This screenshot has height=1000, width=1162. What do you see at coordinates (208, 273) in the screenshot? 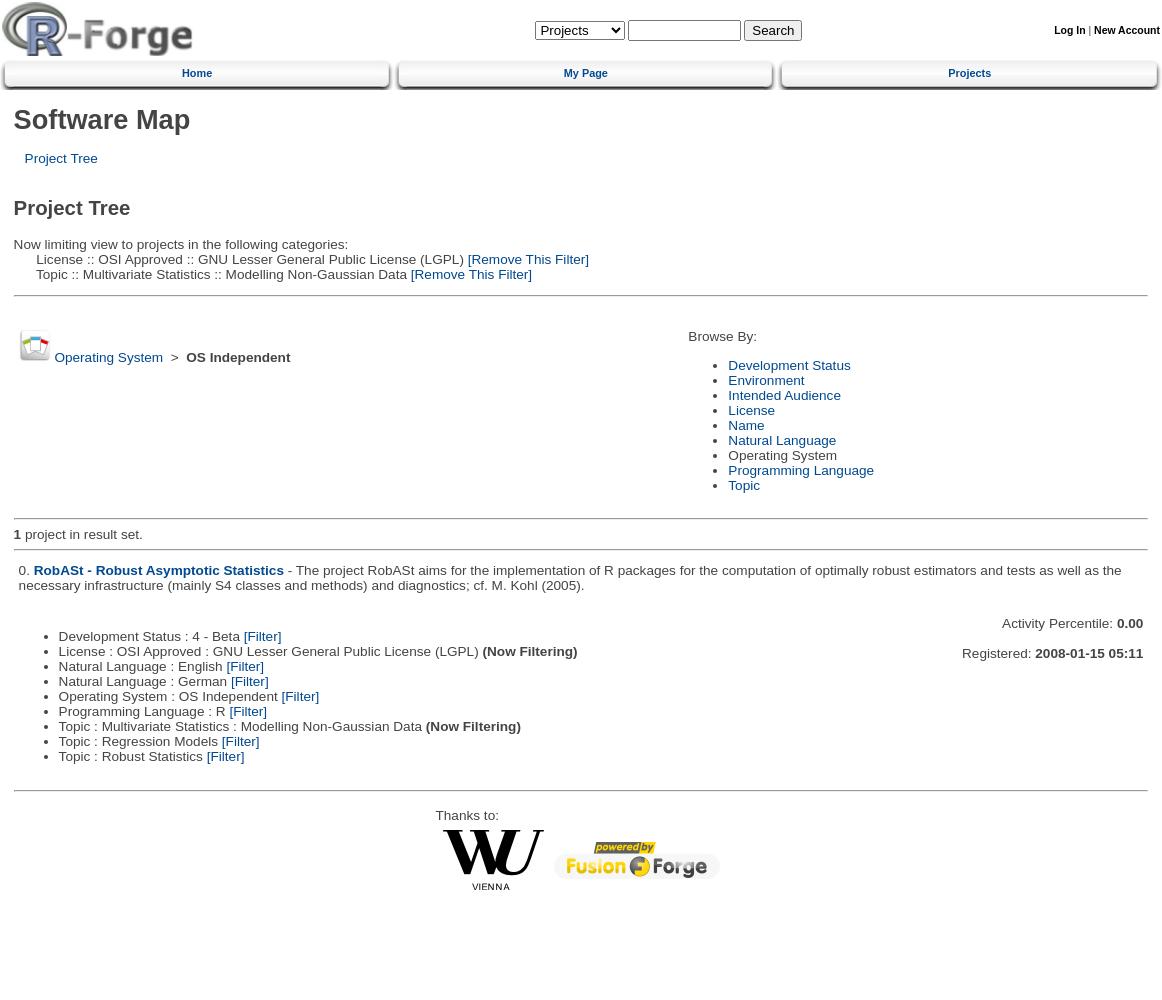
I see `'Topic :: Multivariate Statistics :: Modelling Non-Gaussian Data'` at bounding box center [208, 273].